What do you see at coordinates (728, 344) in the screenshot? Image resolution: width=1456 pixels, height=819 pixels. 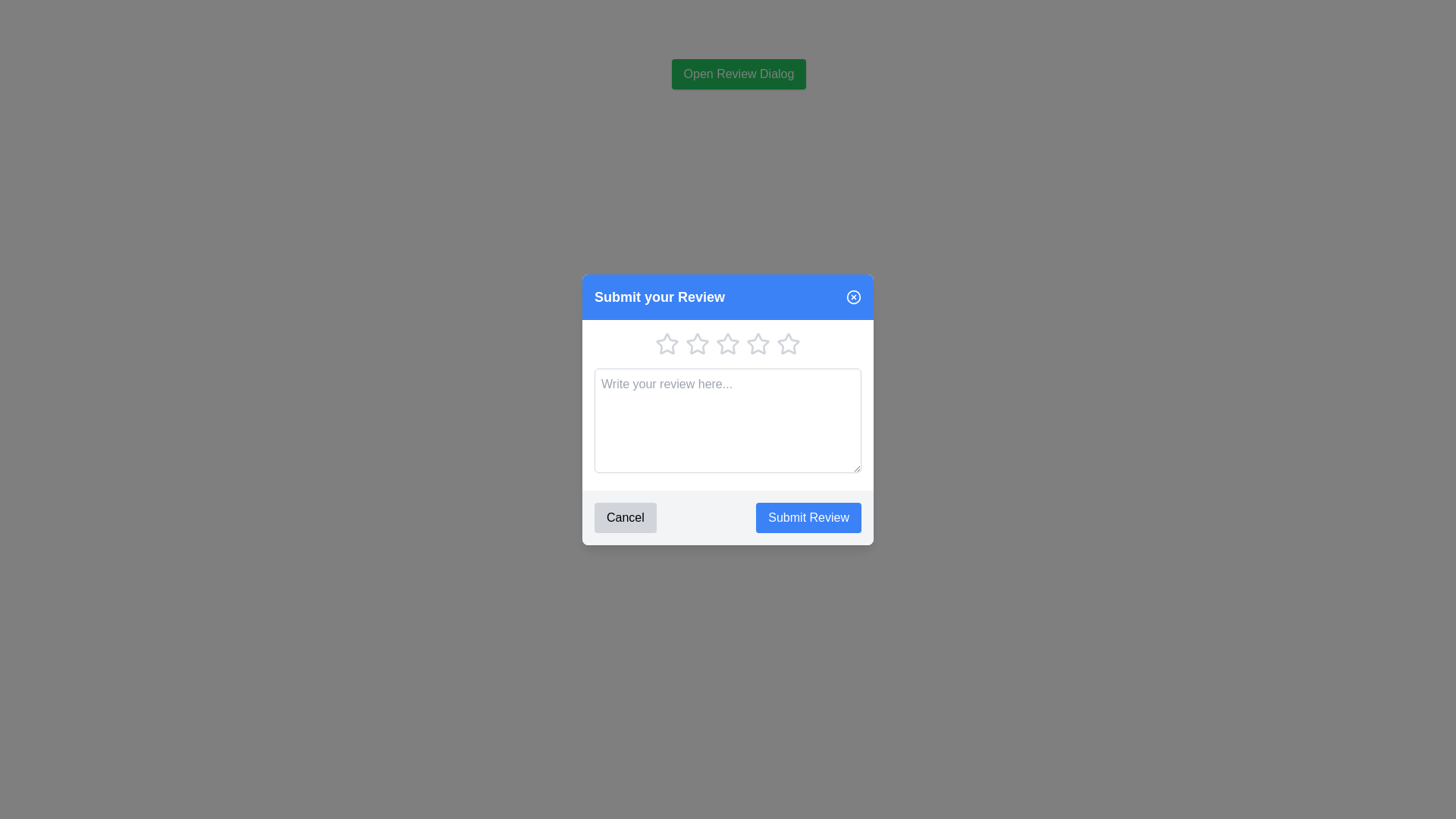 I see `the central star in the rating system located in the center of the modal dialog box, which allows users to select a rating value` at bounding box center [728, 344].